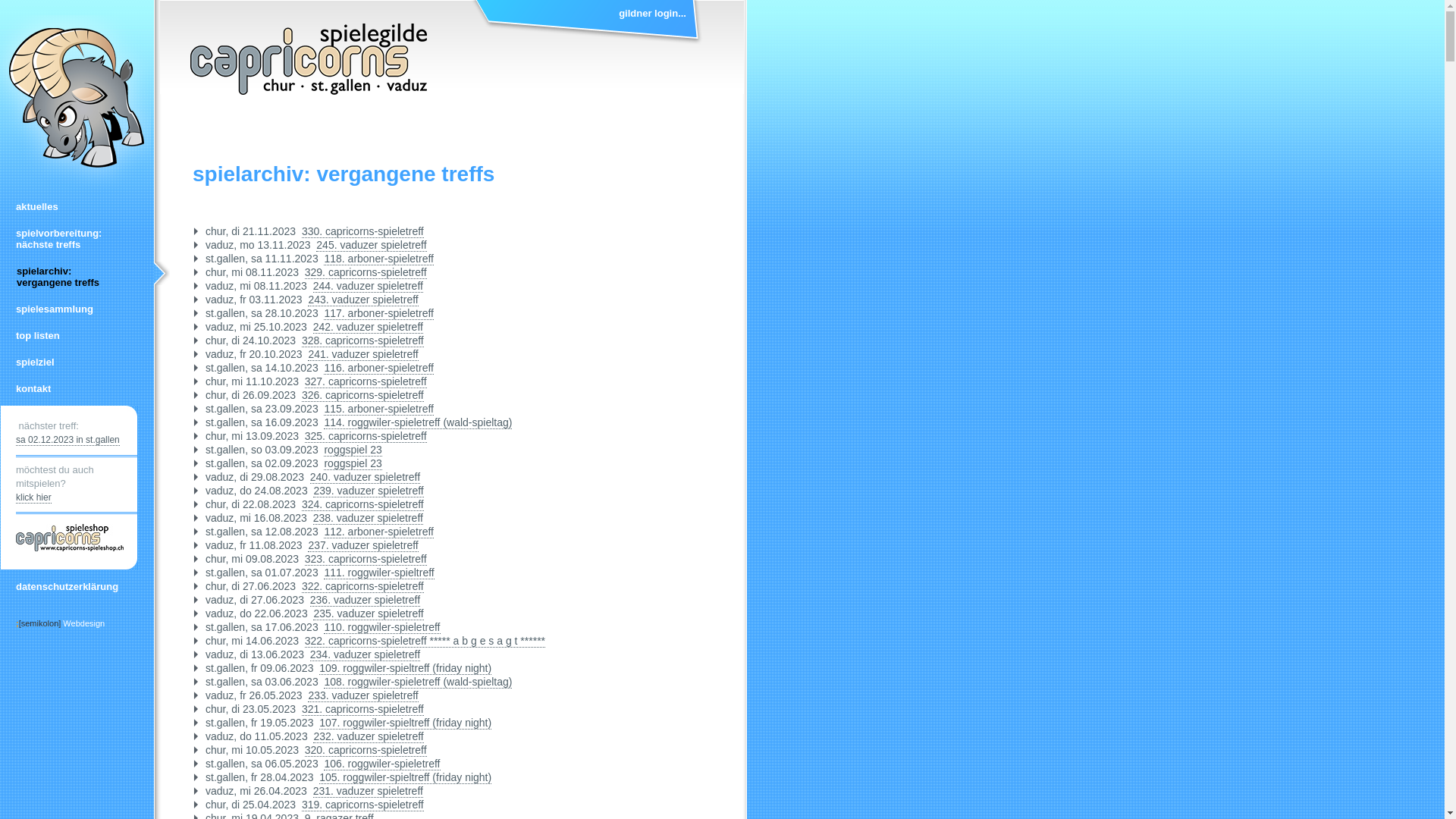  What do you see at coordinates (75, 362) in the screenshot?
I see `'spielziel'` at bounding box center [75, 362].